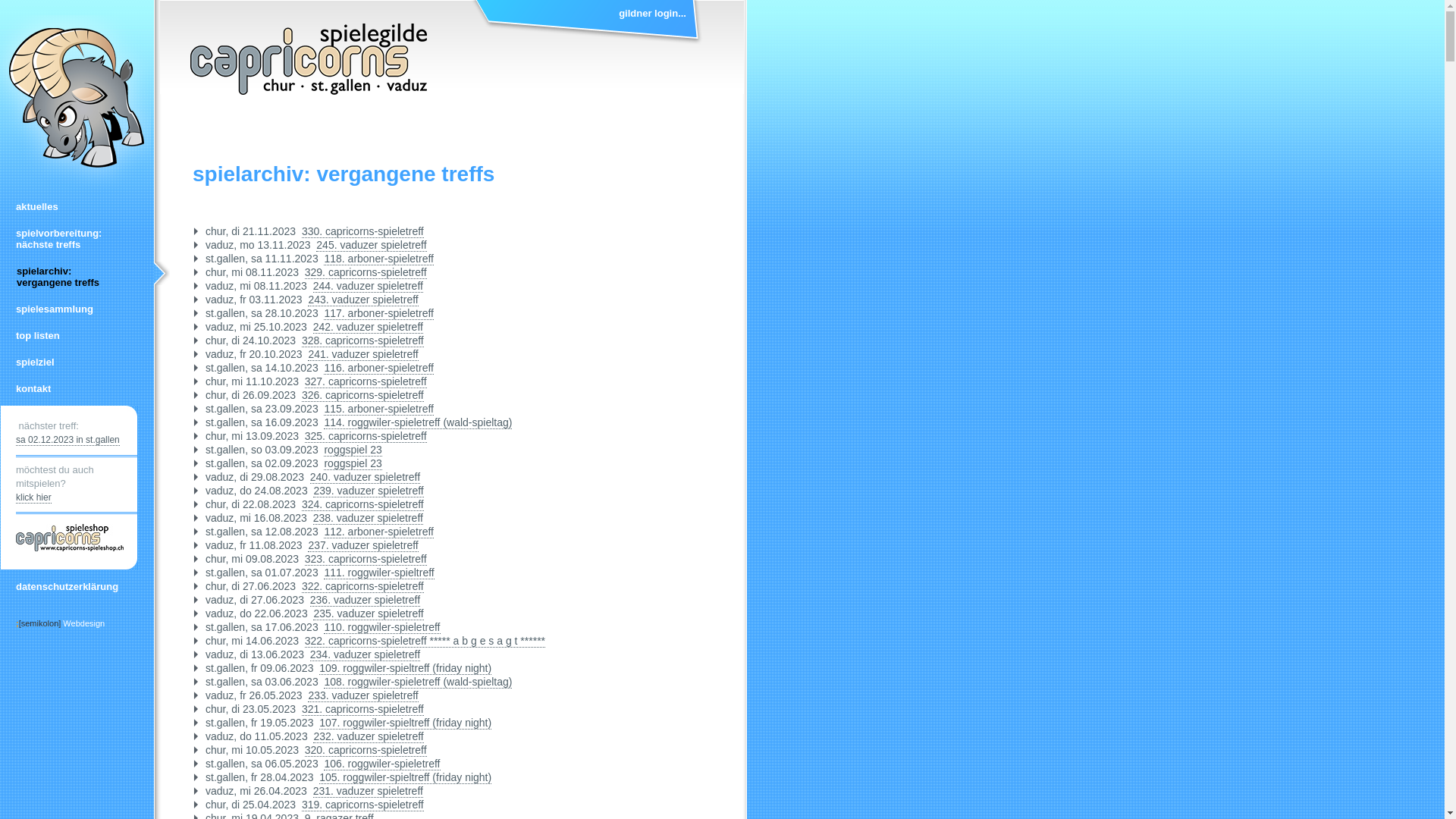  What do you see at coordinates (75, 362) in the screenshot?
I see `'spielziel'` at bounding box center [75, 362].